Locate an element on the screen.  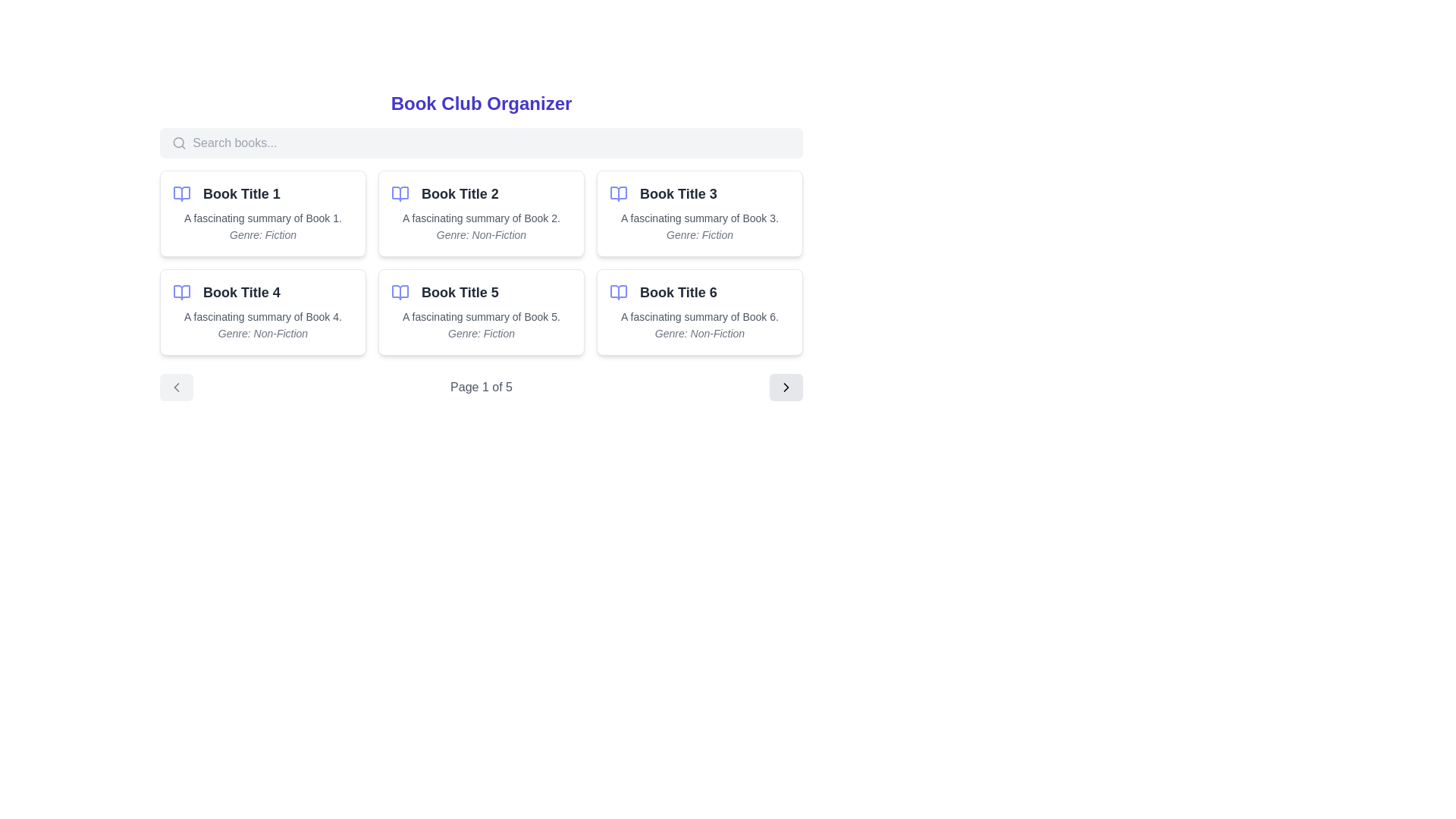
details of the book presented on the information card located in the third column of the first row of the grid layout is located at coordinates (698, 213).